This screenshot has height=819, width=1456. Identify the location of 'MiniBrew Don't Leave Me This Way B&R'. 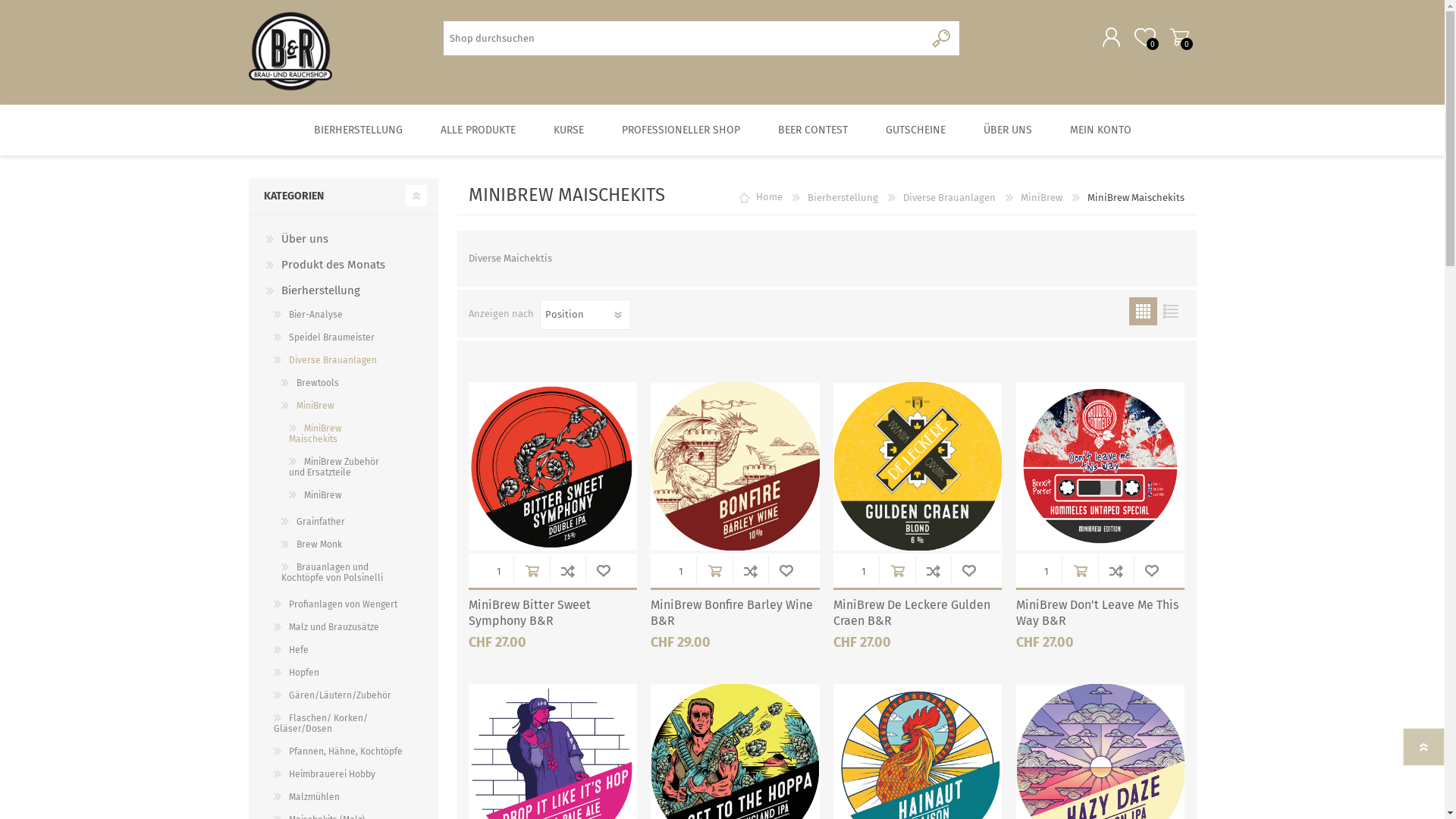
(1100, 613).